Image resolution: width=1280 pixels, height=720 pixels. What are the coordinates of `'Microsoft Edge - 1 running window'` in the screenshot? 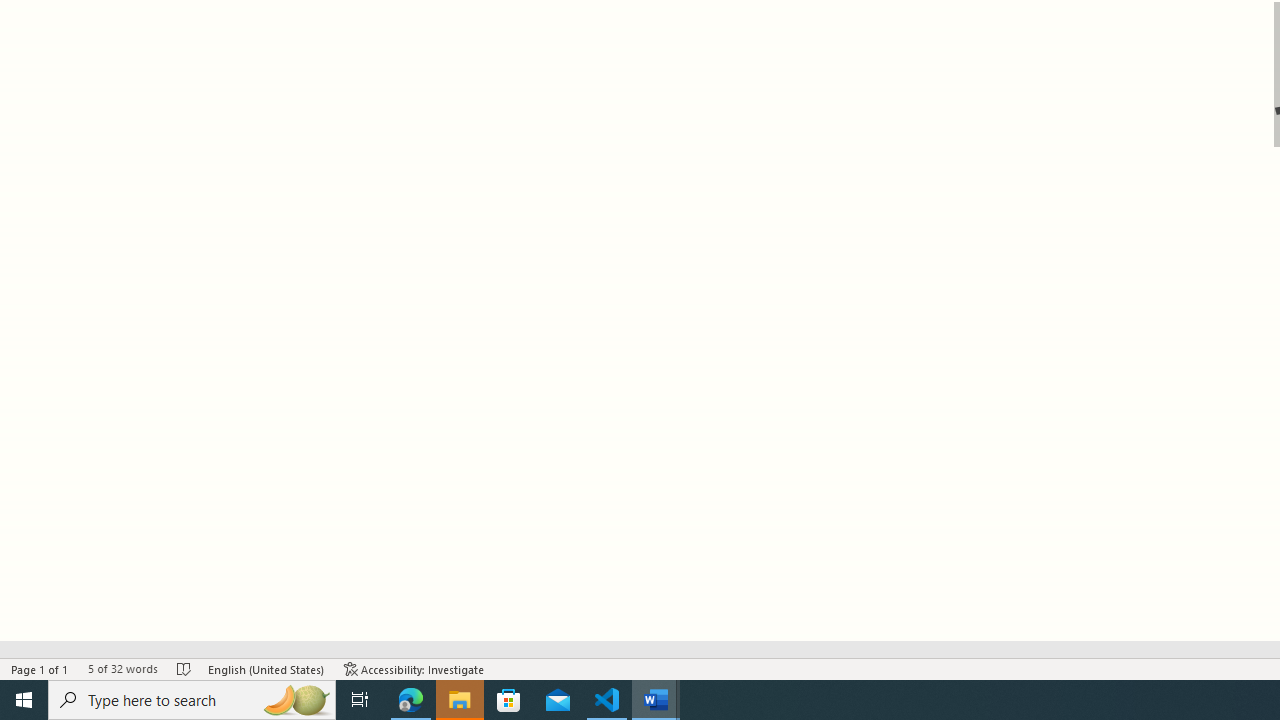 It's located at (410, 698).